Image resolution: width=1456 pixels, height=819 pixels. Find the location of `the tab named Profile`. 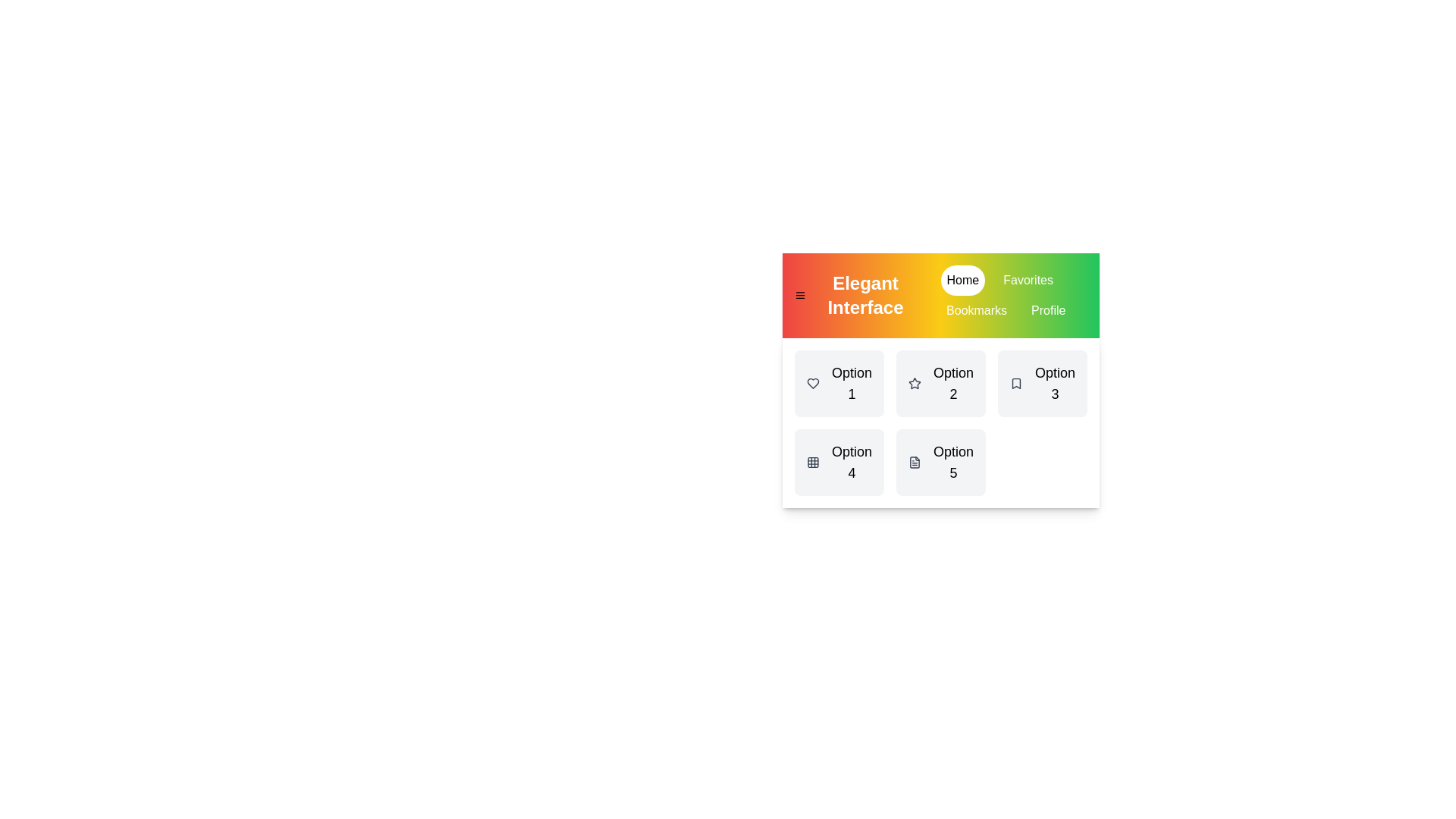

the tab named Profile is located at coordinates (1047, 309).